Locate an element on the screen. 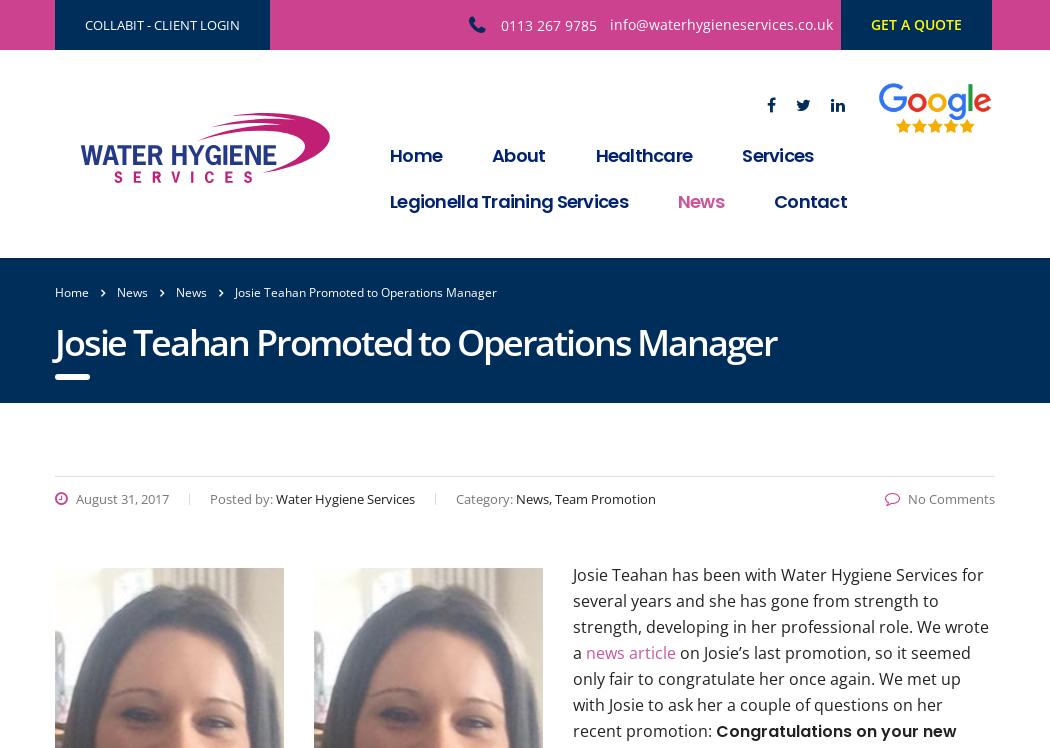 This screenshot has height=748, width=1050. 'info@waterhygieneservices.co.uk' is located at coordinates (720, 24).